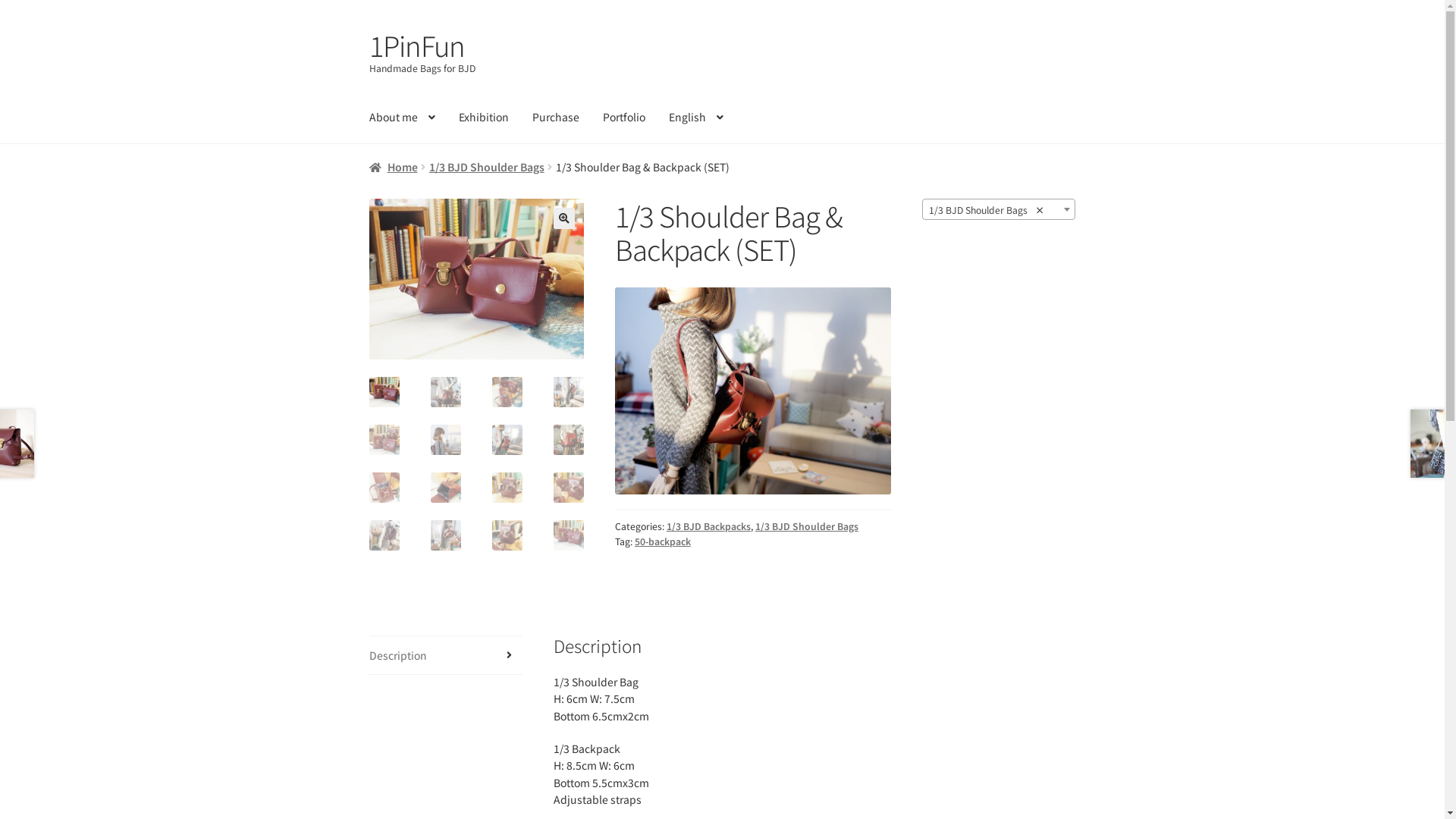  Describe the element at coordinates (708, 526) in the screenshot. I see `'1/3 BJD Backpacks'` at that location.